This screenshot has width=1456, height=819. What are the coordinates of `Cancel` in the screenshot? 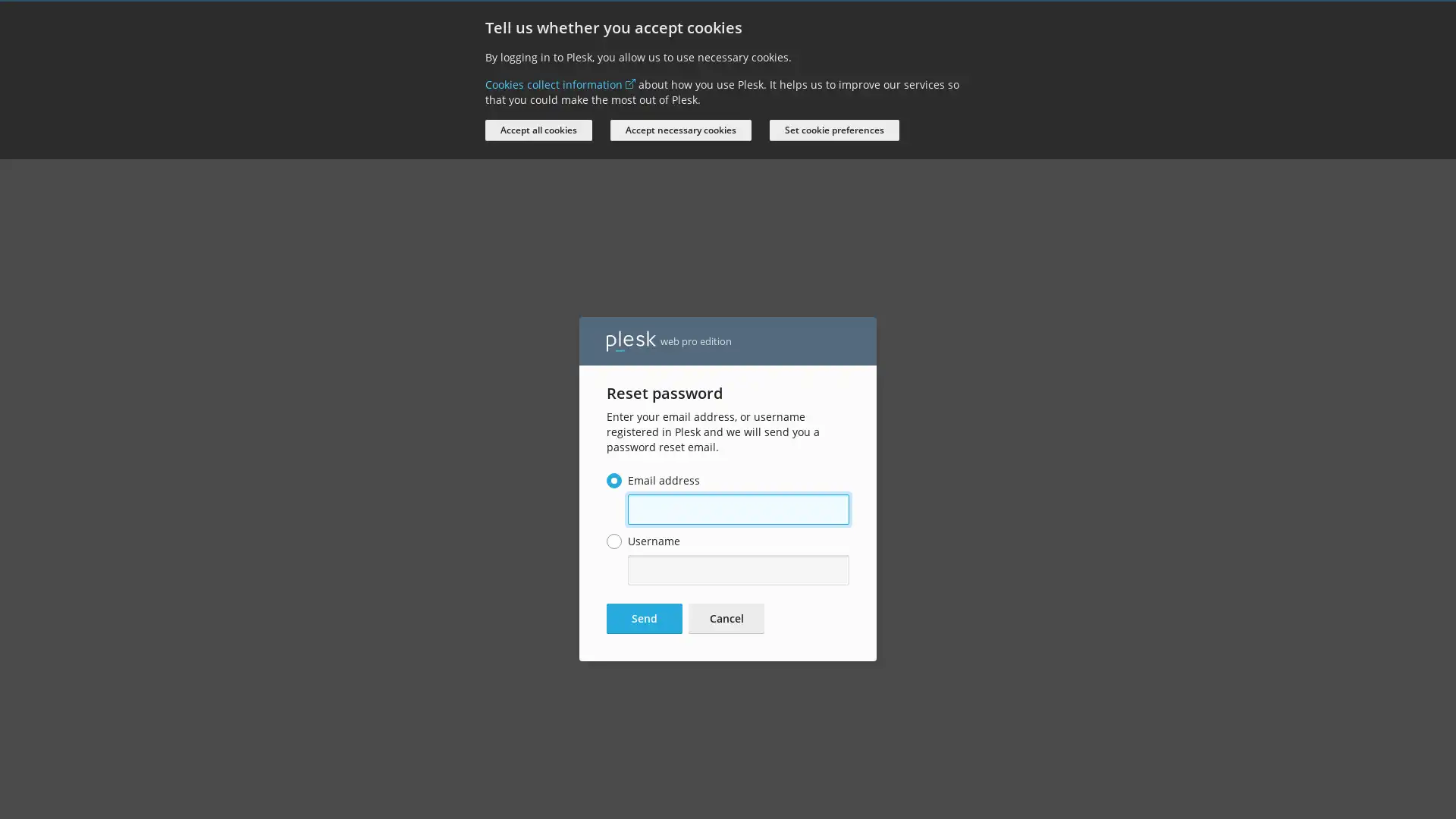 It's located at (726, 619).